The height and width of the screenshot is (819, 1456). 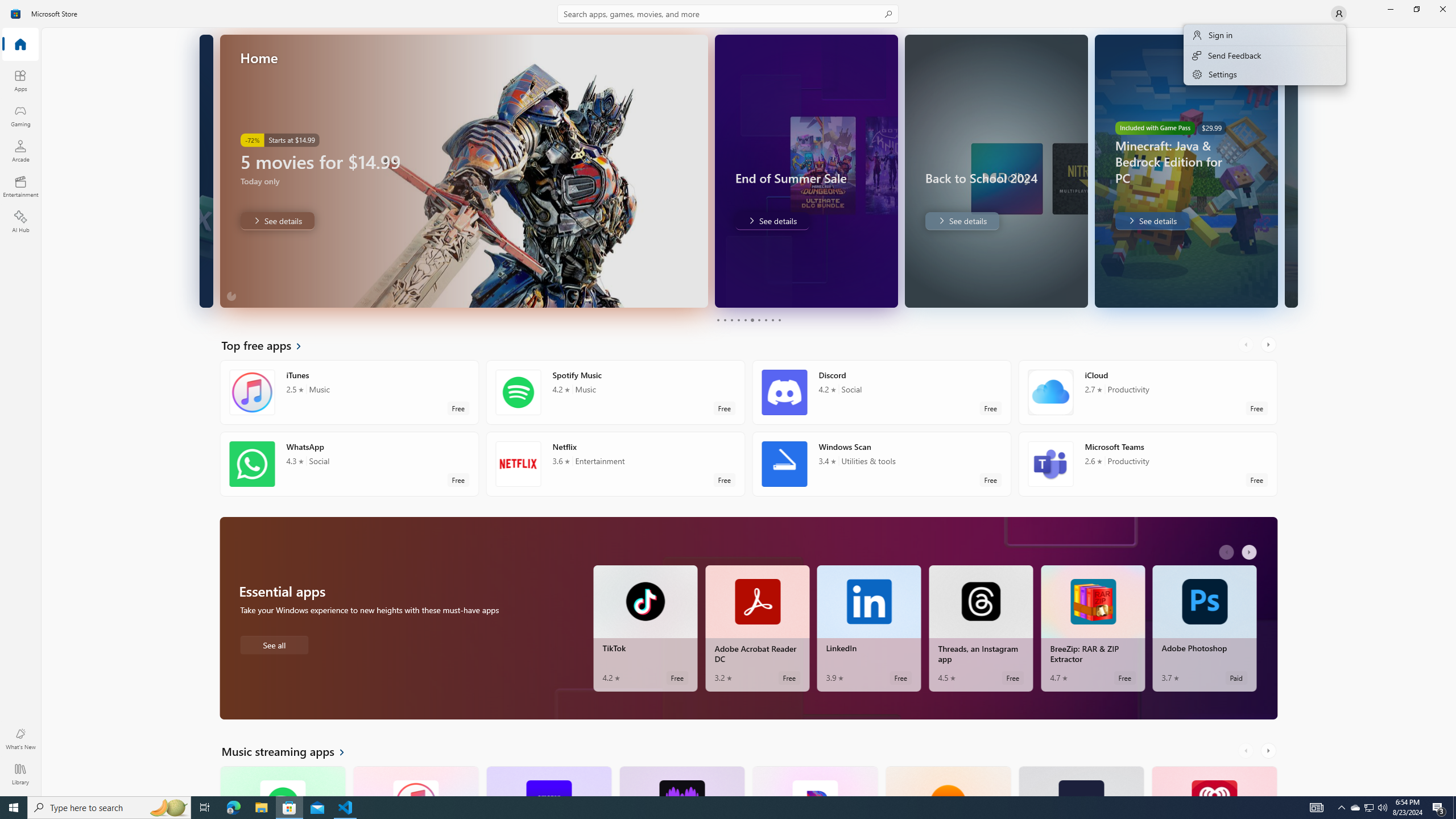 I want to click on 'Page 3', so click(x=731, y=320).